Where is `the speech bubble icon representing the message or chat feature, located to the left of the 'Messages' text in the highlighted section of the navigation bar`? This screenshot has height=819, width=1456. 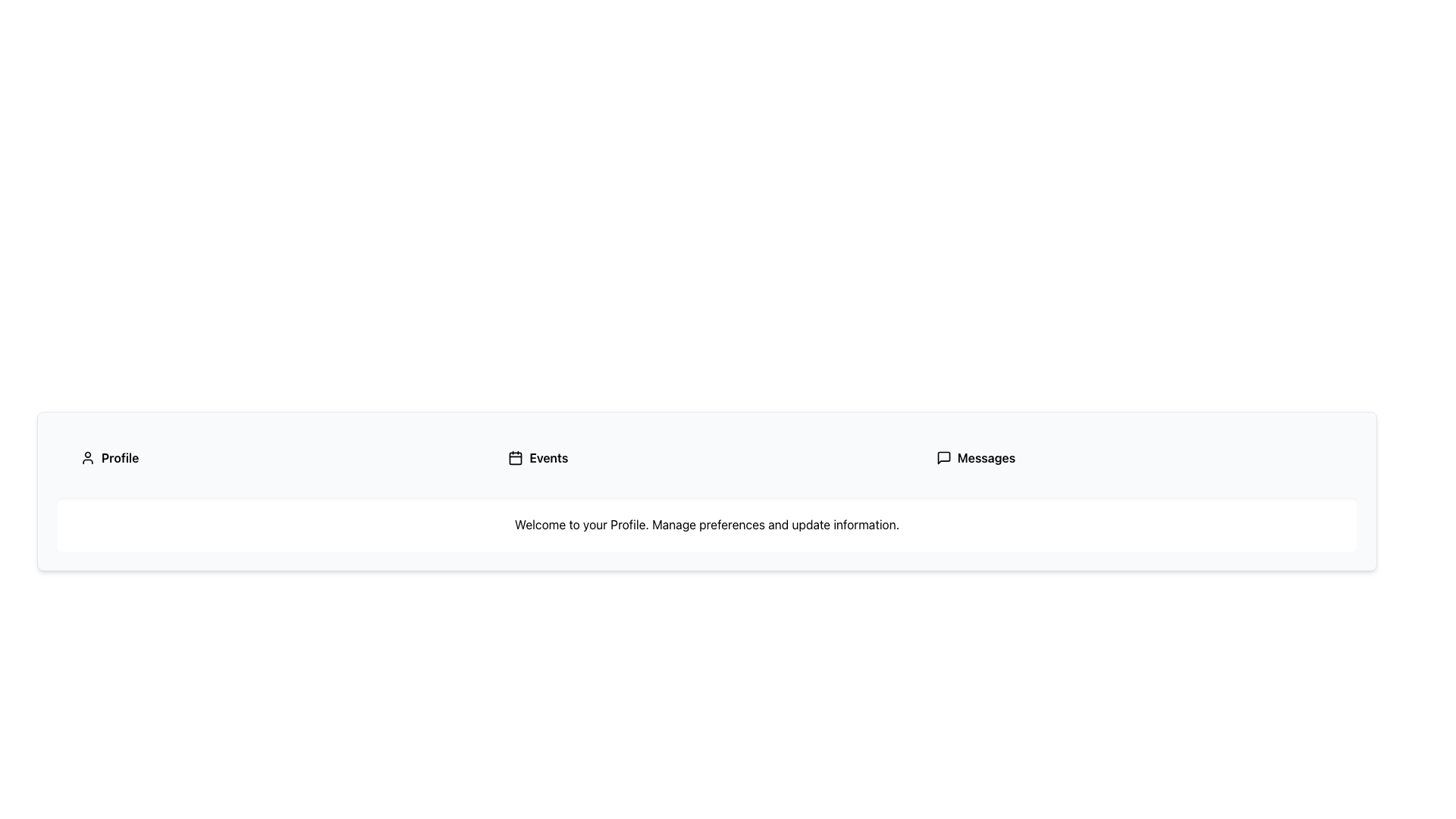 the speech bubble icon representing the message or chat feature, located to the left of the 'Messages' text in the highlighted section of the navigation bar is located at coordinates (943, 457).